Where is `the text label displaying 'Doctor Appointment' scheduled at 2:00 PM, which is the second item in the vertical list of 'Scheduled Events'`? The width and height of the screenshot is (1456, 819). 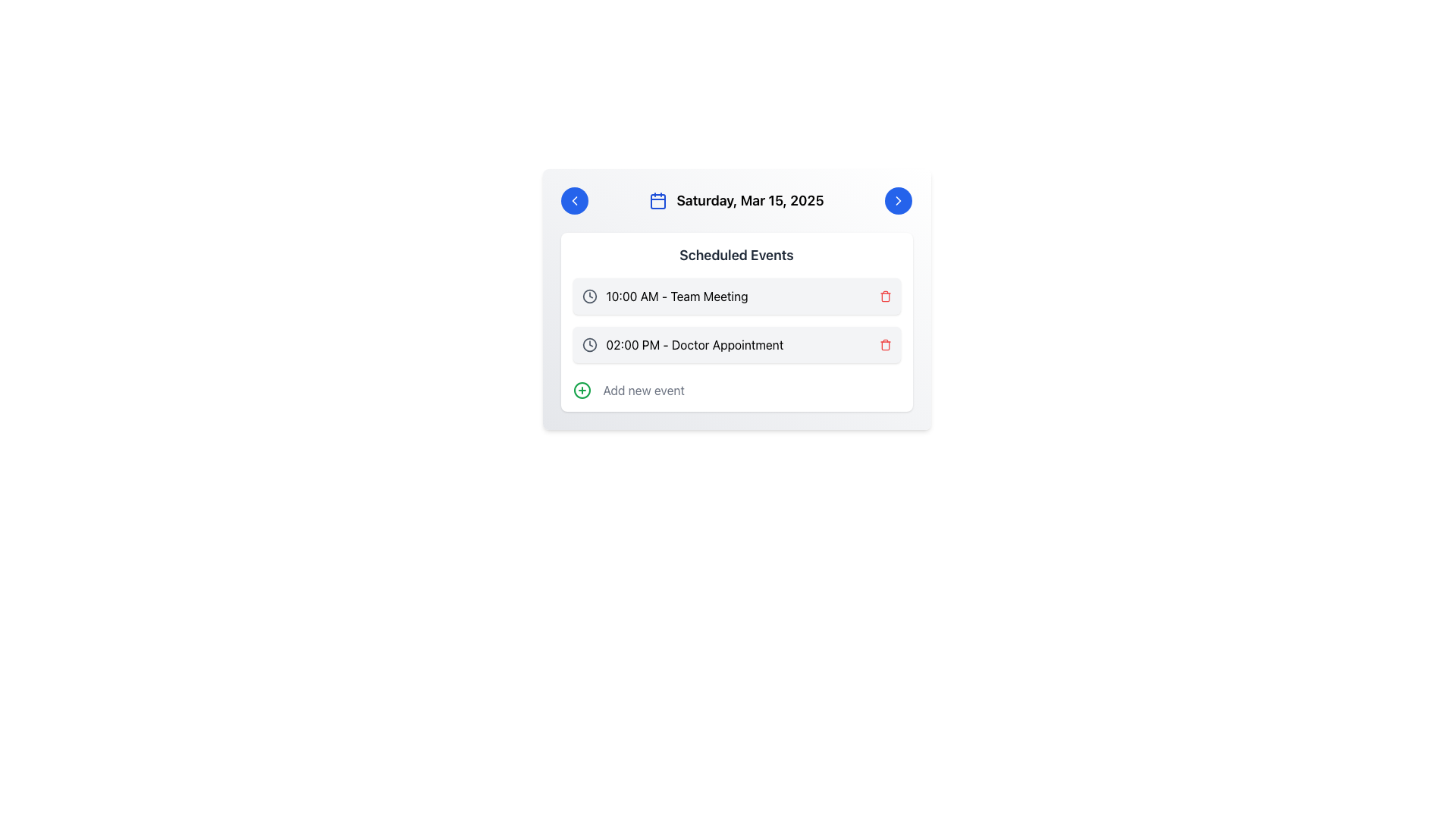
the text label displaying 'Doctor Appointment' scheduled at 2:00 PM, which is the second item in the vertical list of 'Scheduled Events' is located at coordinates (694, 345).